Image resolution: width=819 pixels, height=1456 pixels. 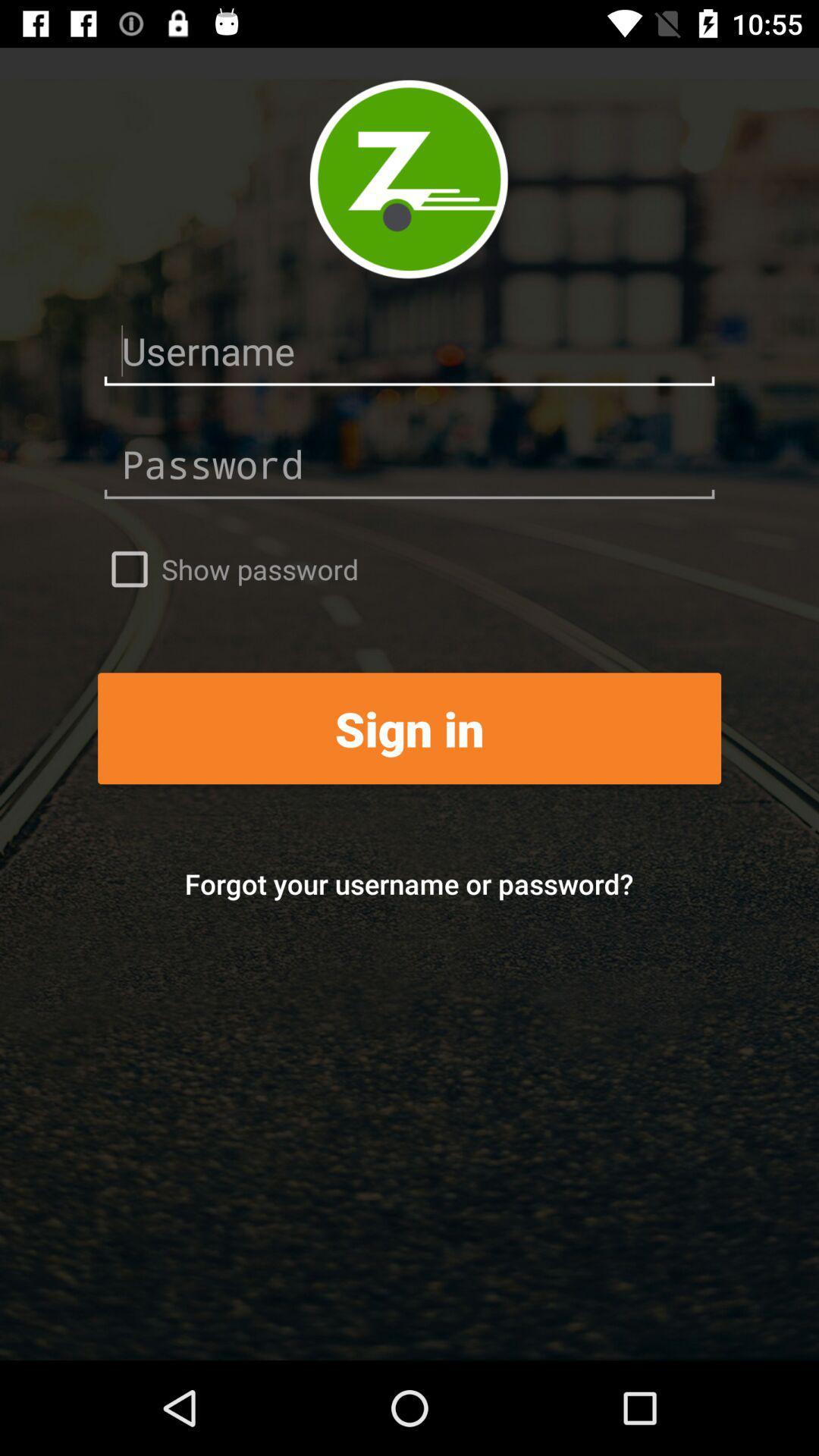 I want to click on username, so click(x=409, y=350).